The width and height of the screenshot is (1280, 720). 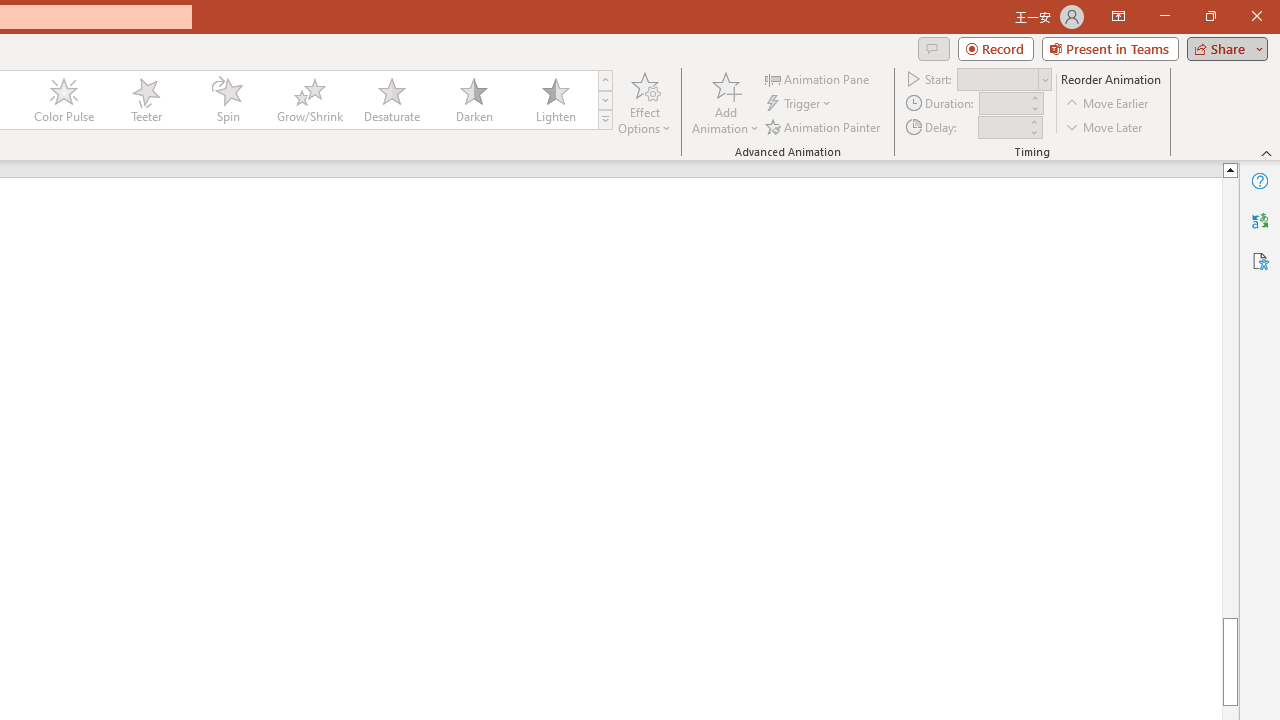 What do you see at coordinates (824, 127) in the screenshot?
I see `'Animation Painter'` at bounding box center [824, 127].